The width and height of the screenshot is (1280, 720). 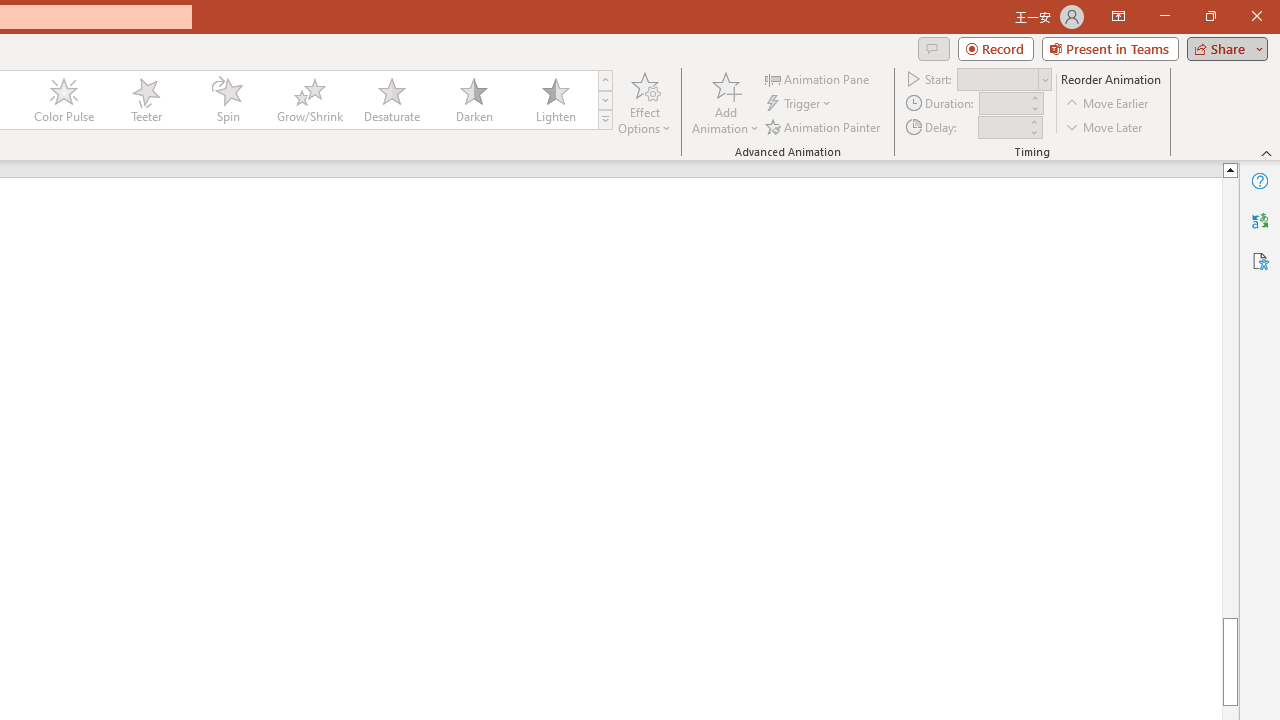 What do you see at coordinates (824, 127) in the screenshot?
I see `'Animation Painter'` at bounding box center [824, 127].